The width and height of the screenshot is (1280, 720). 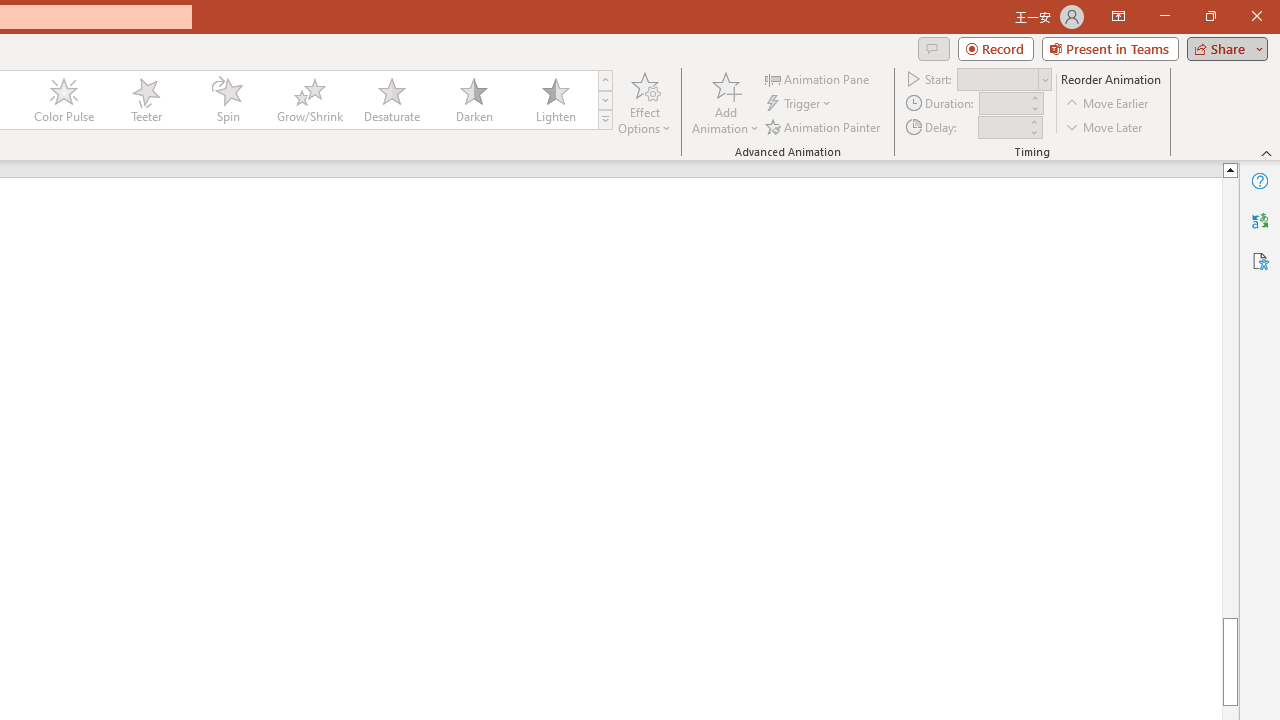 What do you see at coordinates (824, 127) in the screenshot?
I see `'Animation Painter'` at bounding box center [824, 127].